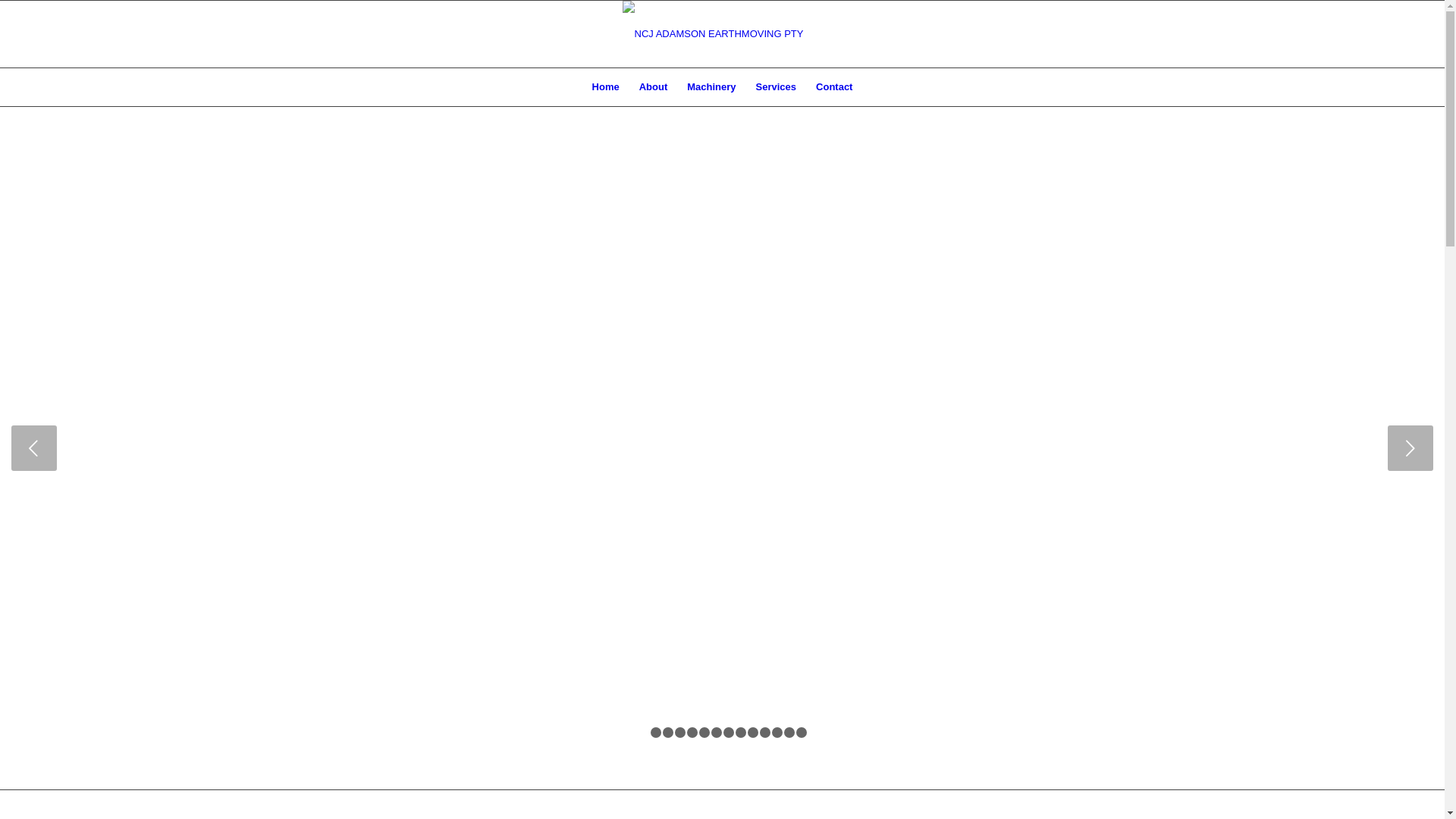 The width and height of the screenshot is (1456, 819). I want to click on '13', so click(789, 731).